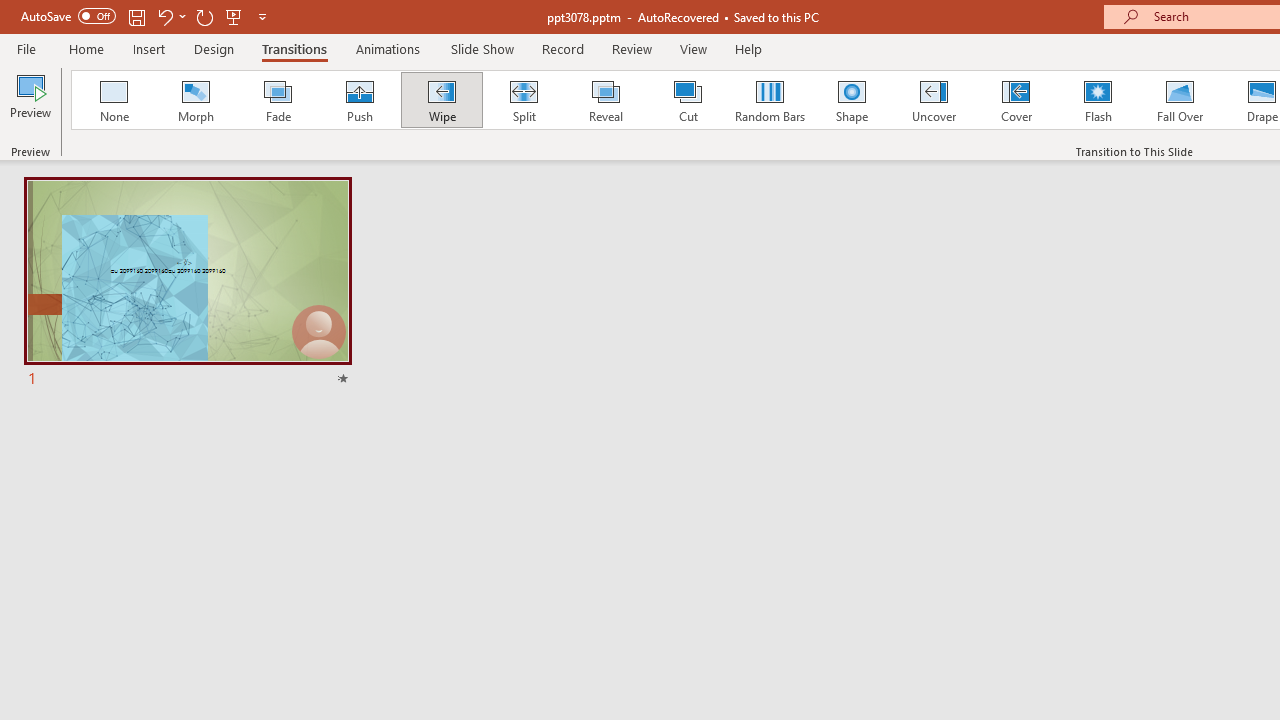  What do you see at coordinates (30, 103) in the screenshot?
I see `'Preview'` at bounding box center [30, 103].